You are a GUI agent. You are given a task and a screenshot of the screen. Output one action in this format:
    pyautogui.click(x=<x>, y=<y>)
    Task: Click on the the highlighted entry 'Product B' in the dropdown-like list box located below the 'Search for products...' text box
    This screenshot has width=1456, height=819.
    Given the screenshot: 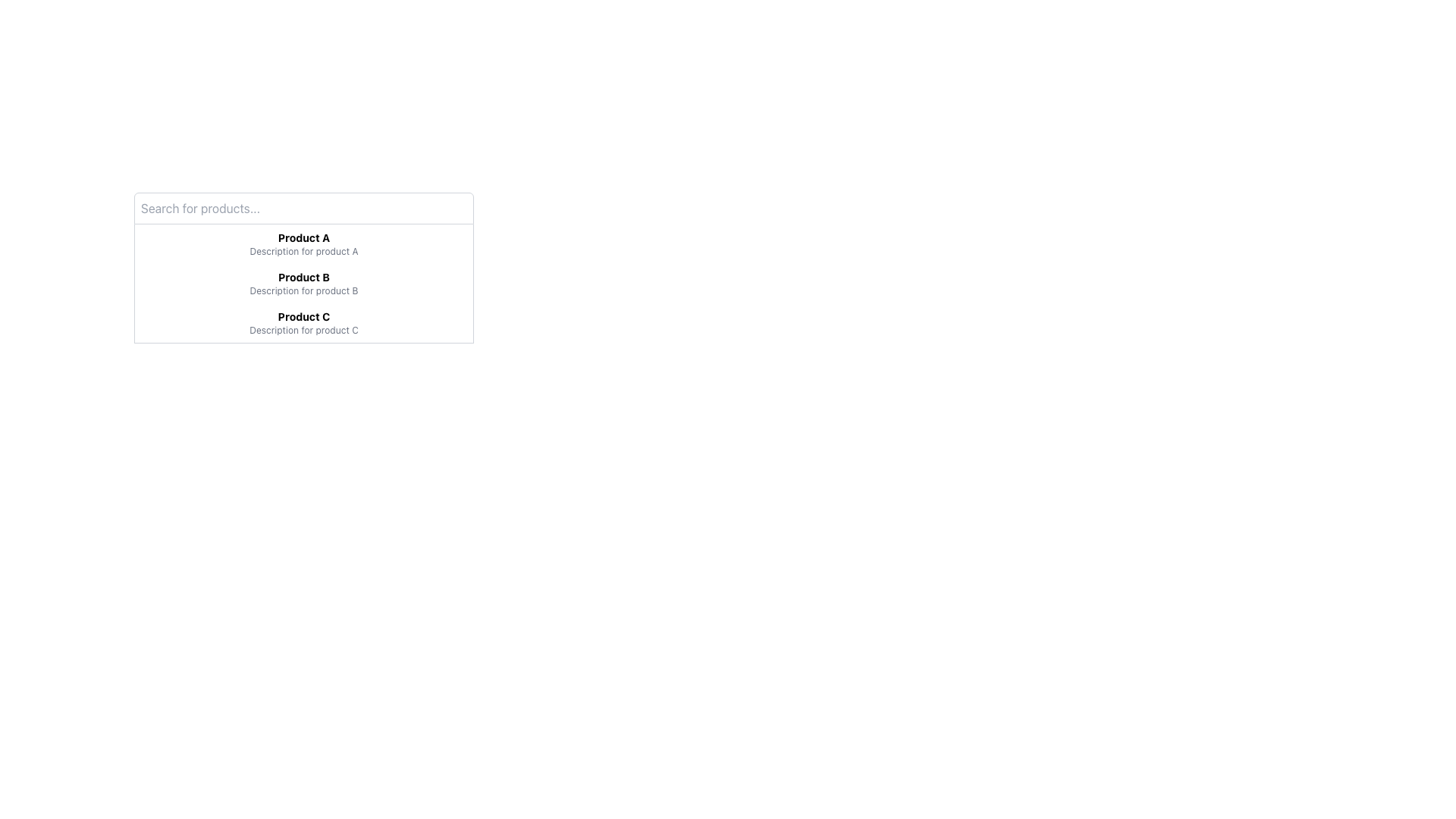 What is the action you would take?
    pyautogui.click(x=303, y=284)
    